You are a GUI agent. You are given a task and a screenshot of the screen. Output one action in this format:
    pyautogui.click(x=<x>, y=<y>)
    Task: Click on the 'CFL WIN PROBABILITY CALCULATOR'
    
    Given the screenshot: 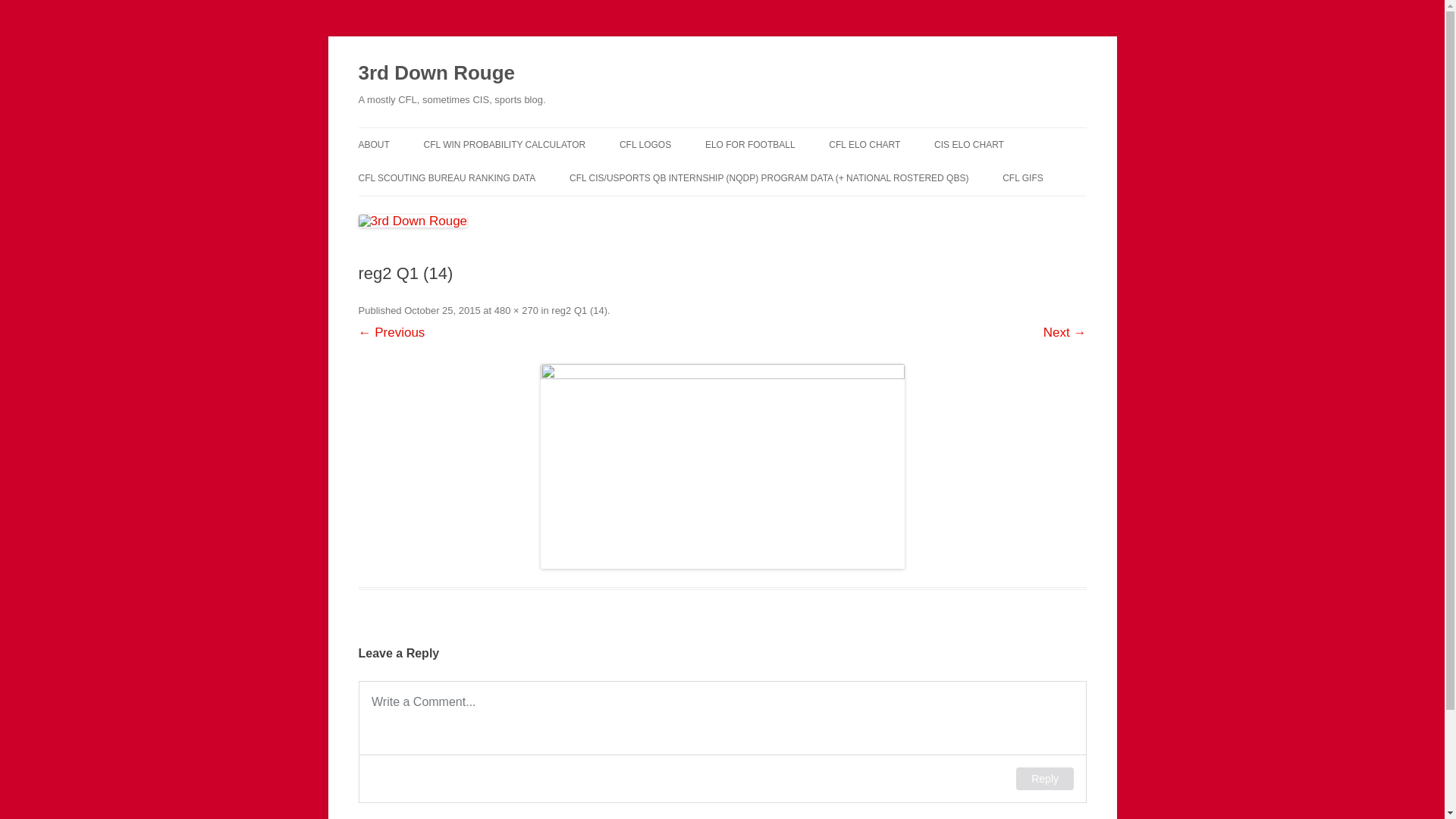 What is the action you would take?
    pyautogui.click(x=505, y=145)
    